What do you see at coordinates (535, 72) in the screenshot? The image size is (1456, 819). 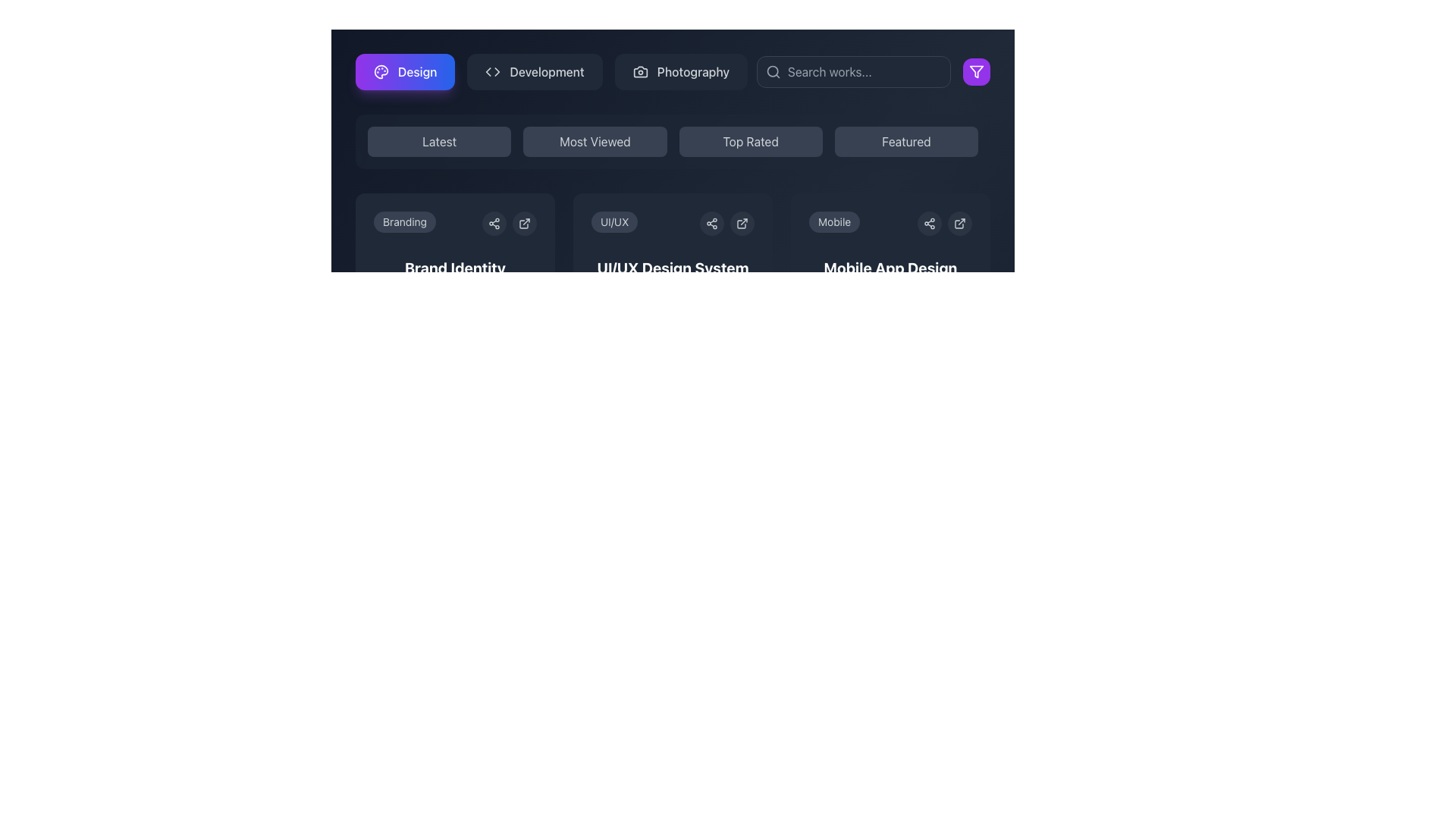 I see `the 'Development' button, which is the second button in a row of three, featuring a code icon on the left and medium-light gray text on a dark gray background` at bounding box center [535, 72].